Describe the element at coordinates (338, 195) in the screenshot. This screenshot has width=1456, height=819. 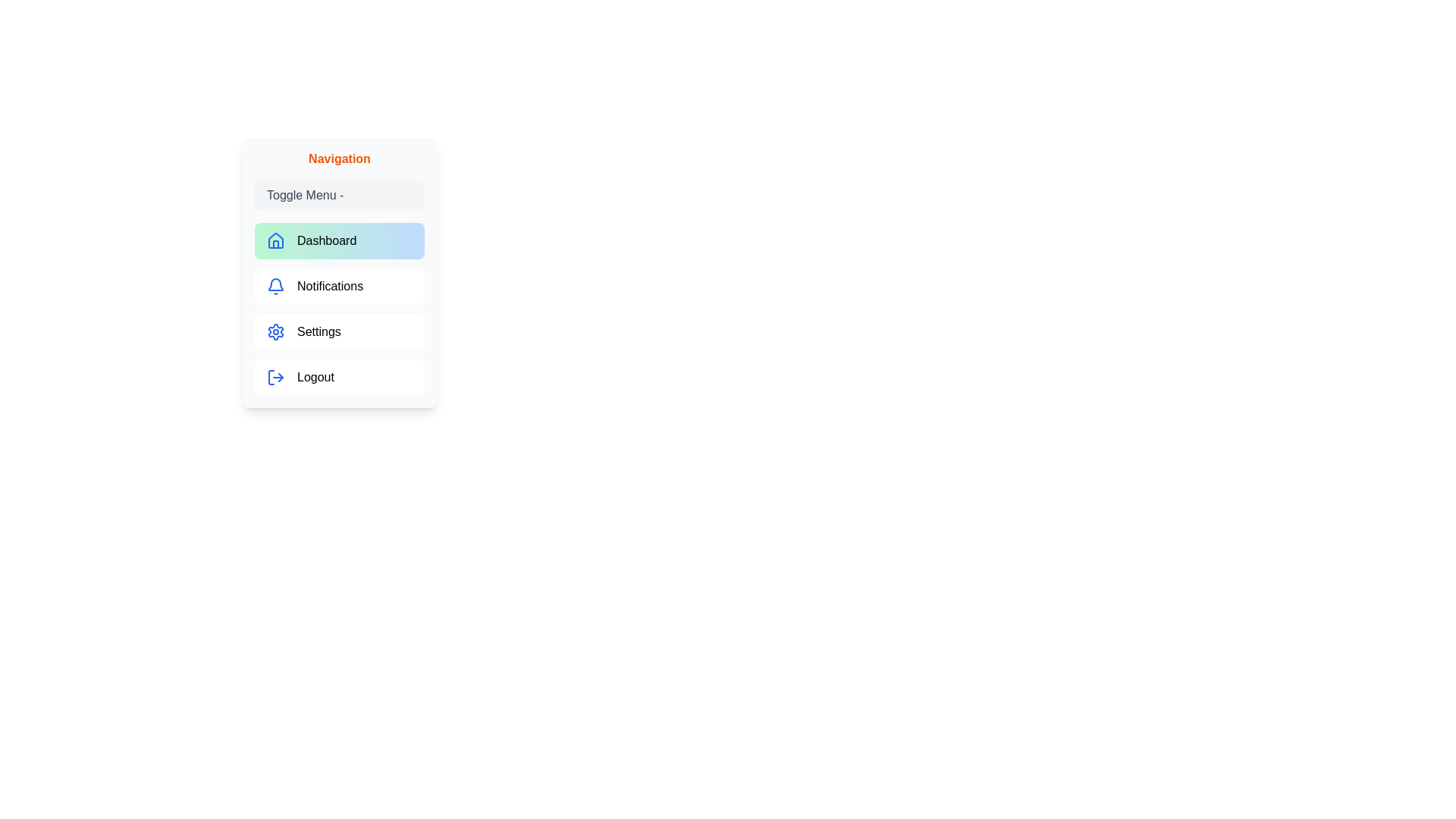
I see `the 'Toggle Menu' button to toggle the menu visibility` at that location.